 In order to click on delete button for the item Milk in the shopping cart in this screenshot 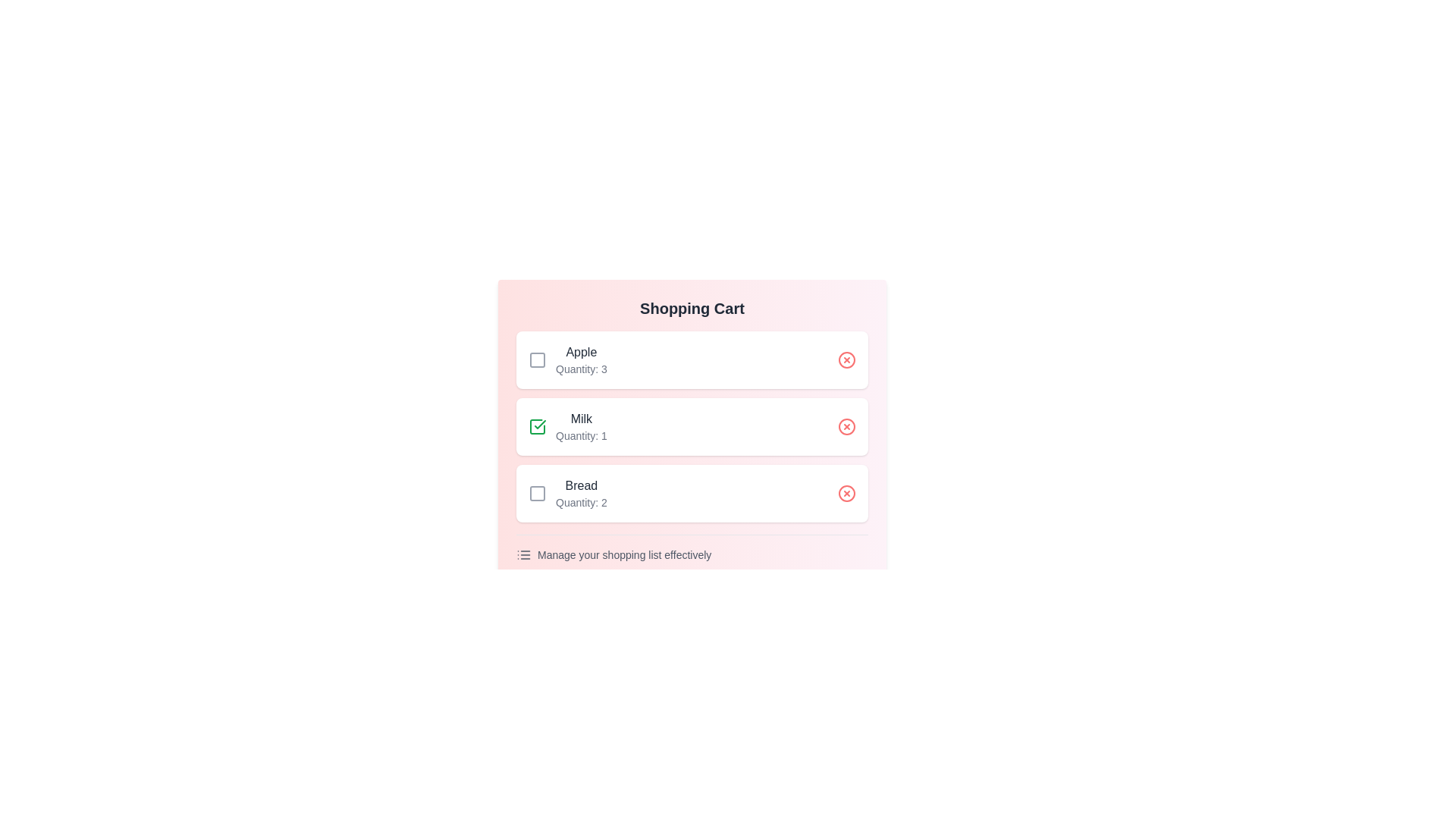, I will do `click(846, 427)`.